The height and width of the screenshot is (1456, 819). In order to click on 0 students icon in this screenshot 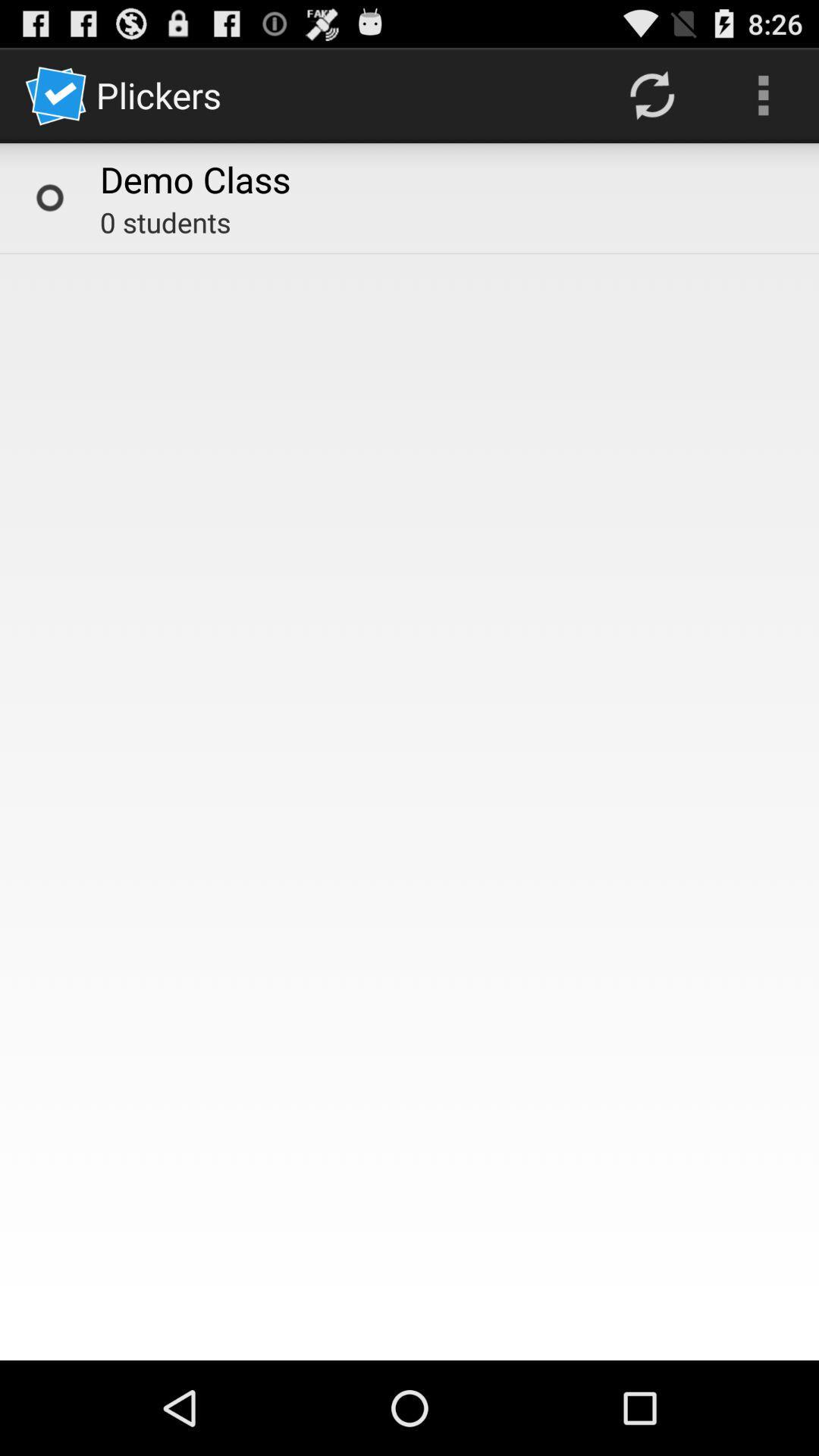, I will do `click(165, 221)`.